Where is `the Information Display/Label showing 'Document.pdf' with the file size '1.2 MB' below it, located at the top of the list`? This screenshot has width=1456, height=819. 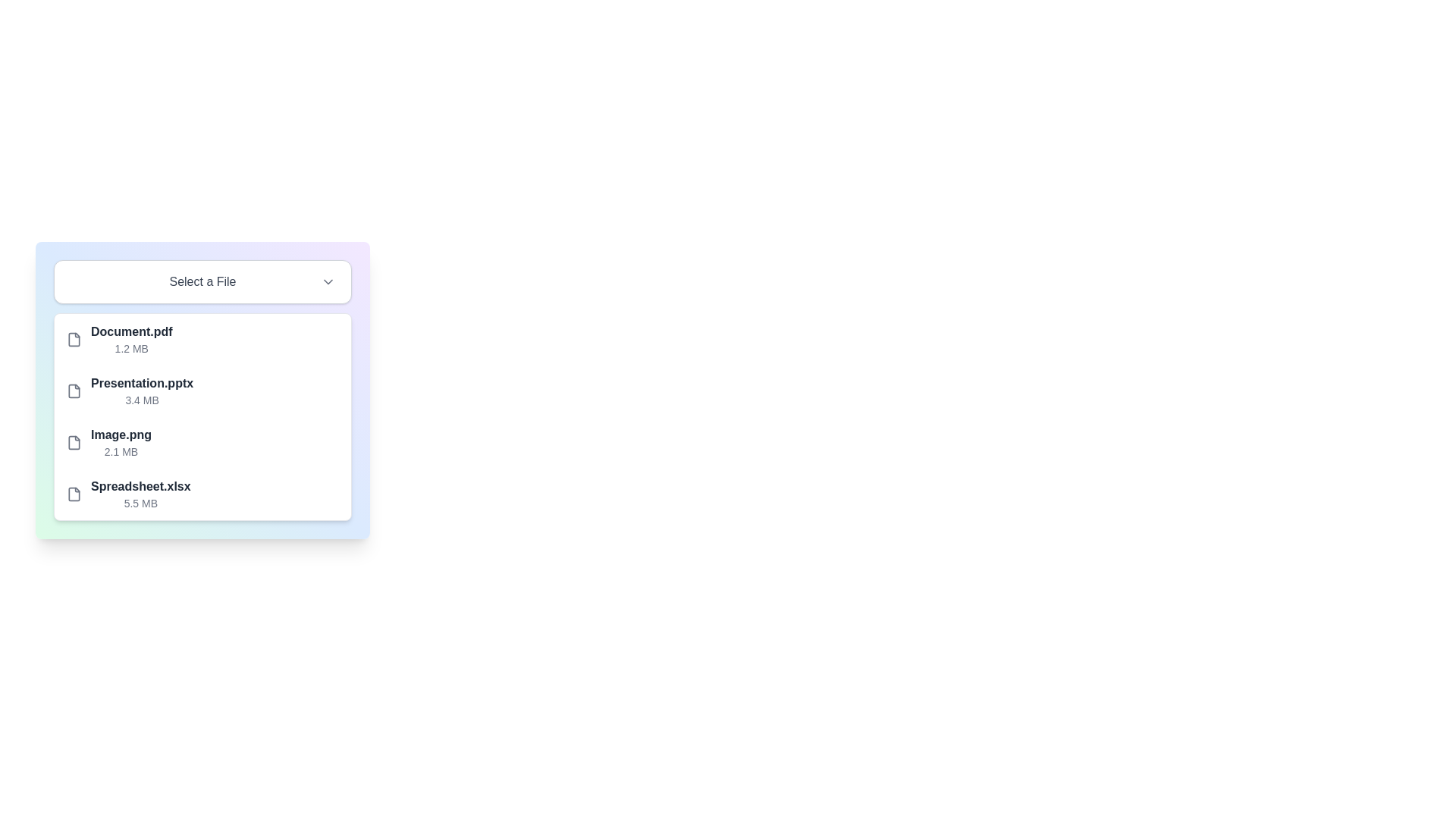 the Information Display/Label showing 'Document.pdf' with the file size '1.2 MB' below it, located at the top of the list is located at coordinates (131, 338).